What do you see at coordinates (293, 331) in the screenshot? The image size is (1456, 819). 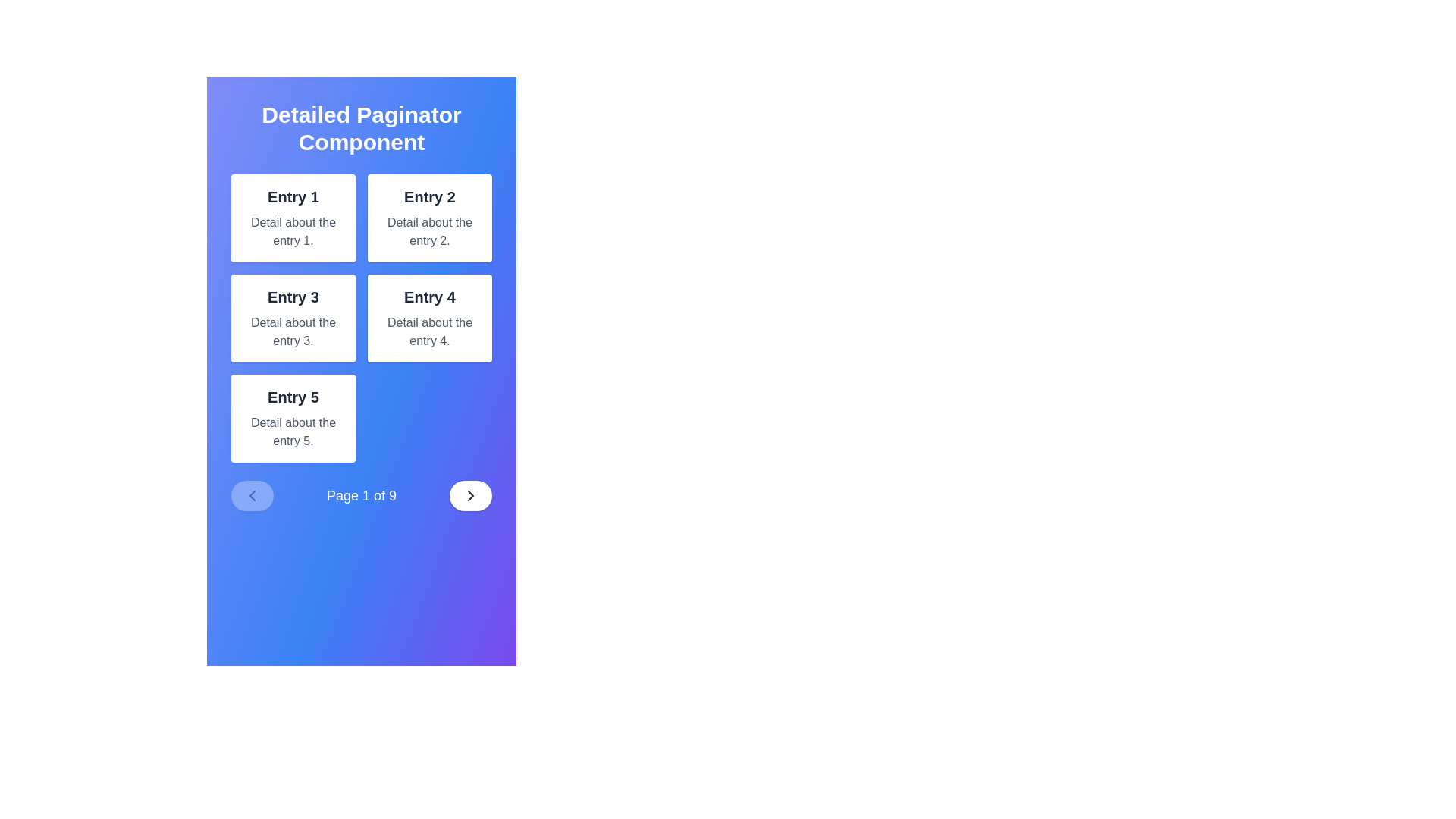 I see `the text element reading 'Detail about the entry 3.' which is styled in muted gray and located inside the card labeled 'Entry 3'` at bounding box center [293, 331].